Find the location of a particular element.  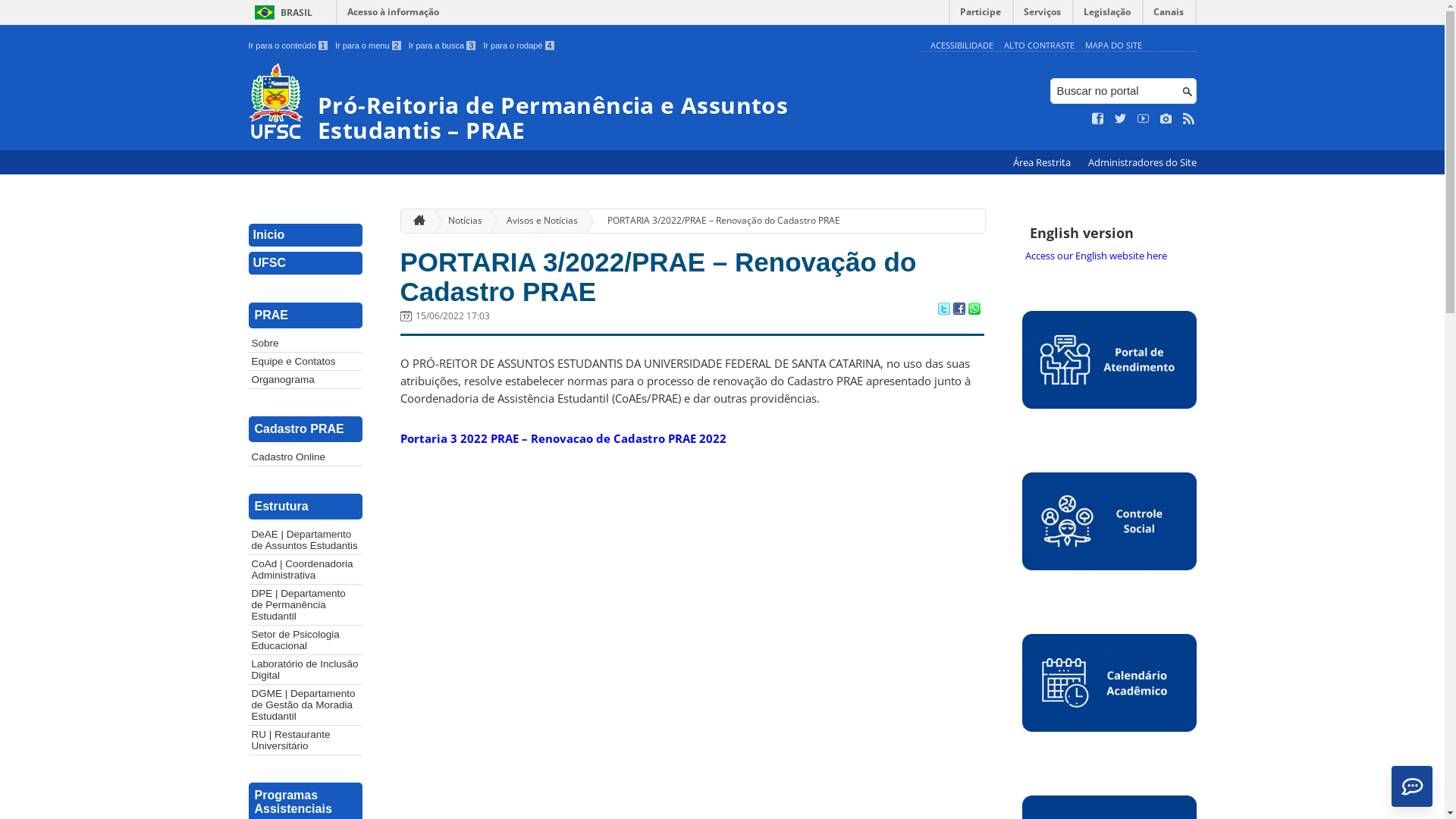

'BRASIL' is located at coordinates (281, 12).